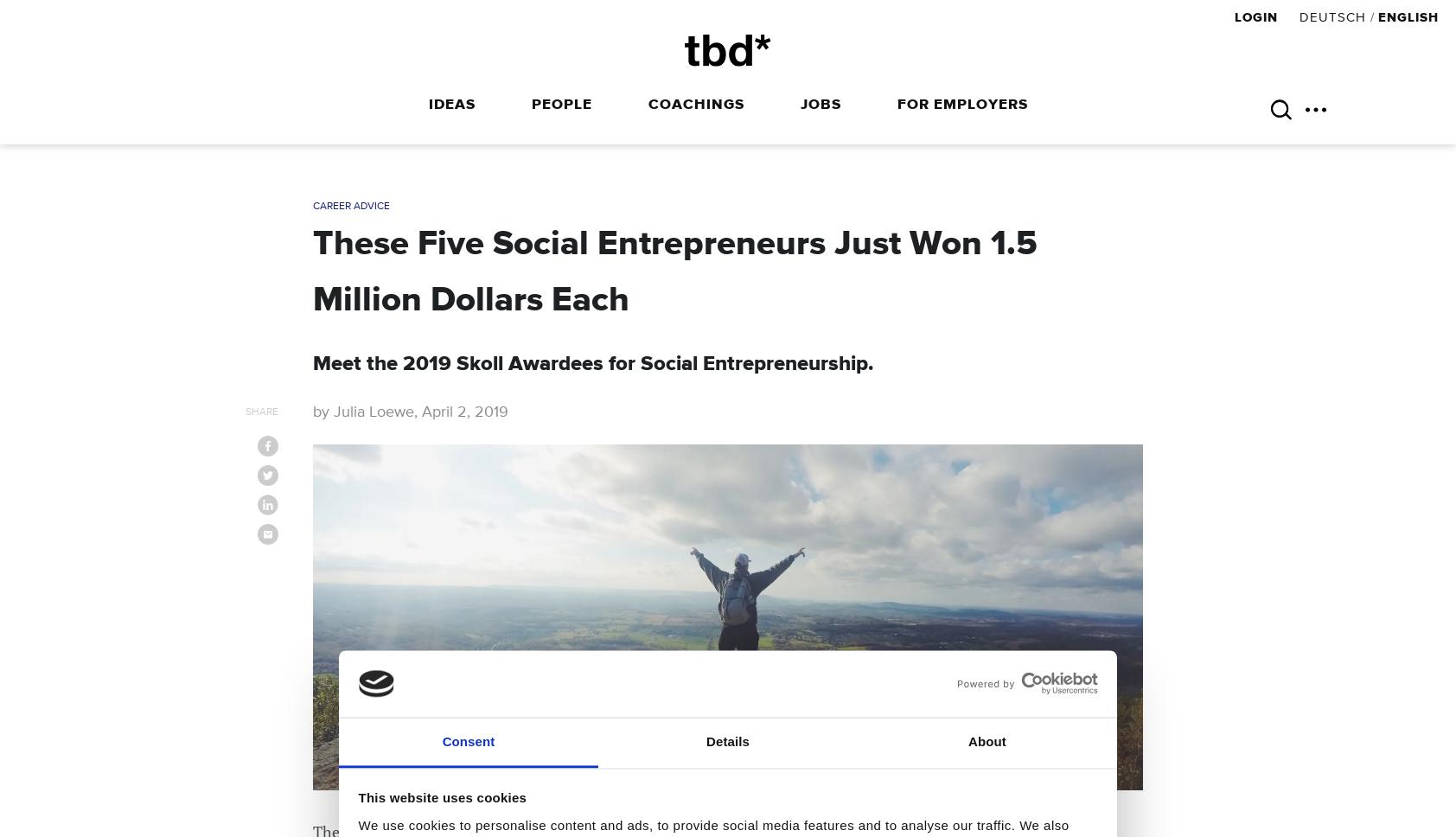 This screenshot has width=1456, height=837. Describe the element at coordinates (1256, 17) in the screenshot. I see `'Login'` at that location.